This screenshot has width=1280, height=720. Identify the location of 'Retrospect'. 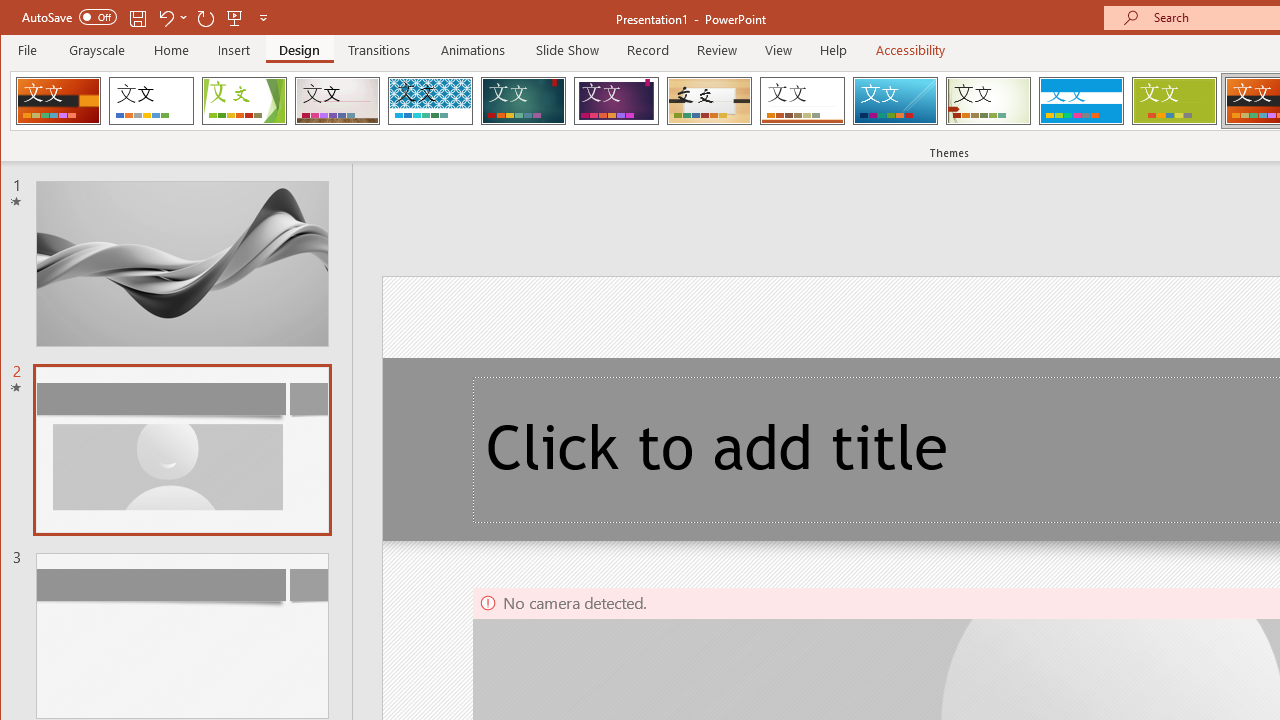
(802, 100).